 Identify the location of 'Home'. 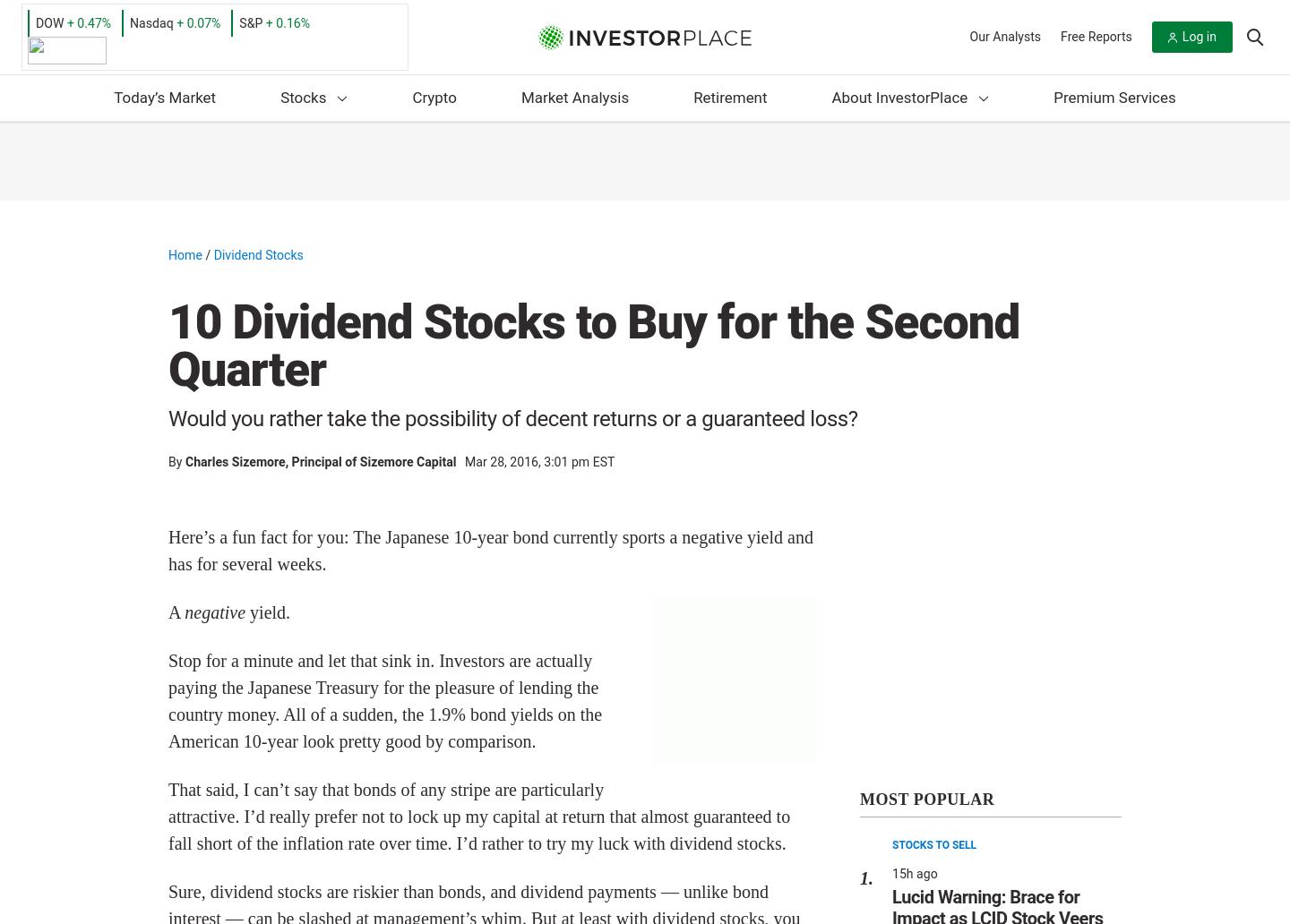
(168, 255).